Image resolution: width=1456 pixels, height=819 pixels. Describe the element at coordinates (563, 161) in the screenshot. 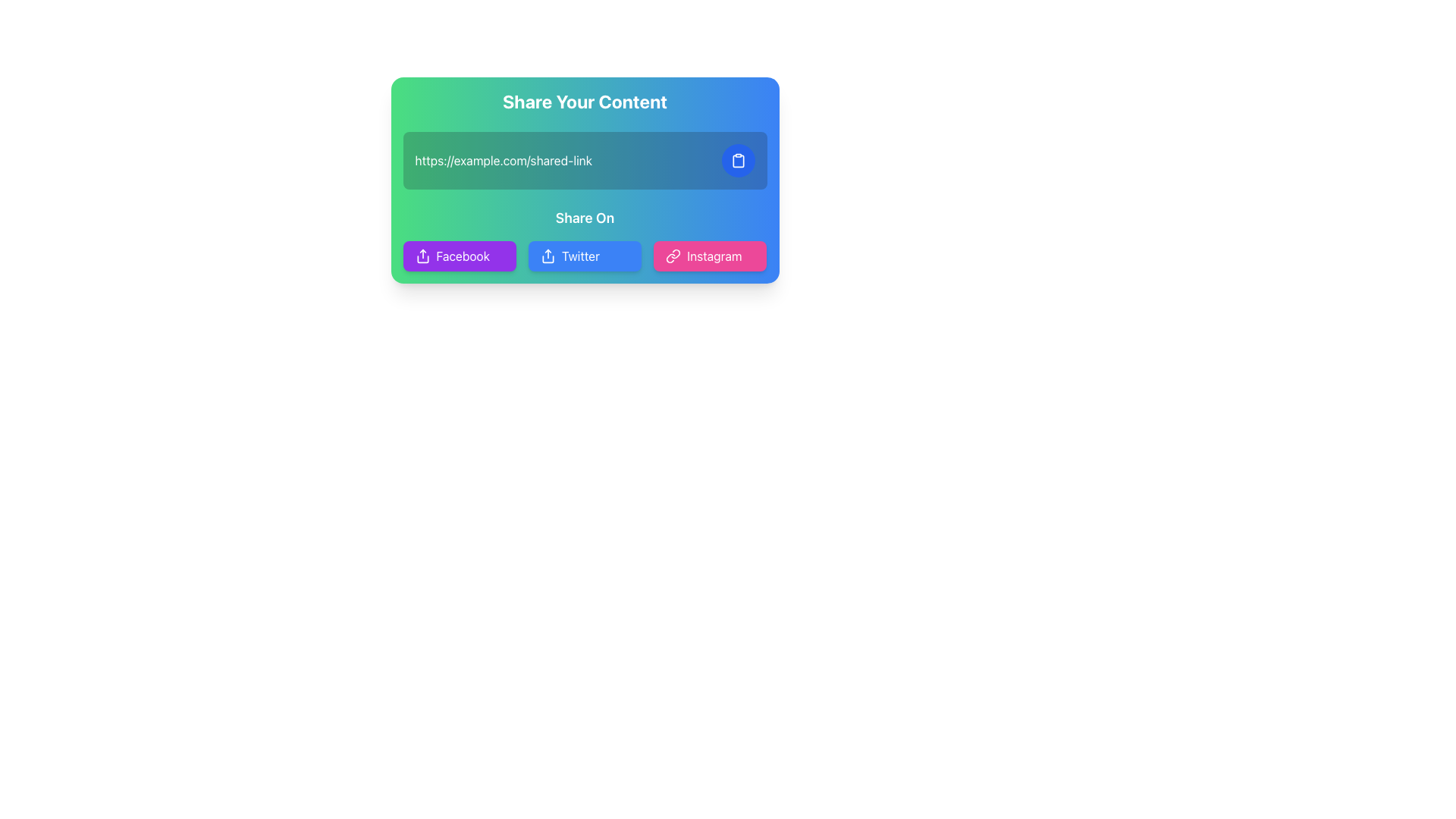

I see `the leftmost text input field with a transparent background and white text` at that location.